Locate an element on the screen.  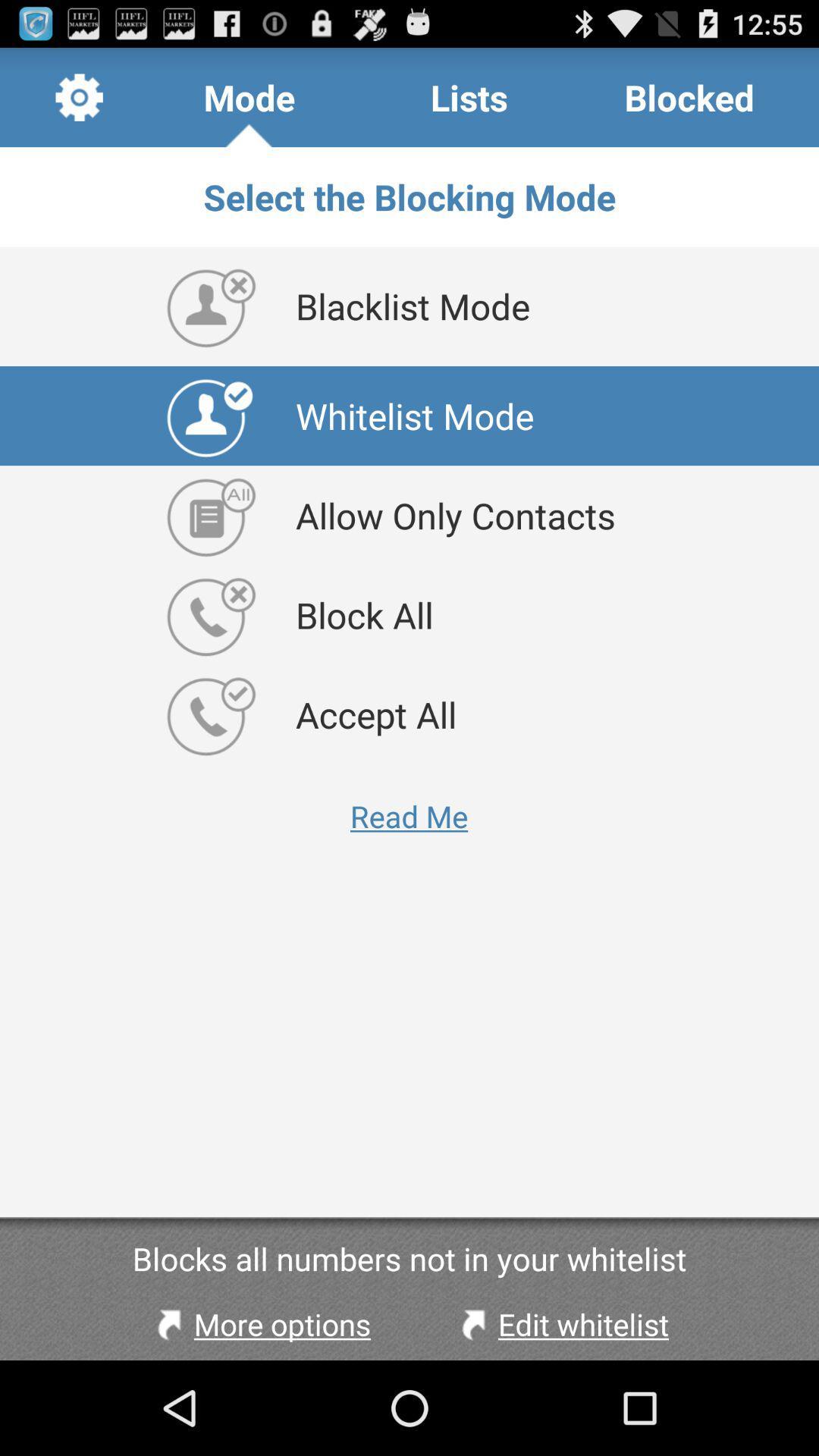
icon to the left of mode app is located at coordinates (79, 96).